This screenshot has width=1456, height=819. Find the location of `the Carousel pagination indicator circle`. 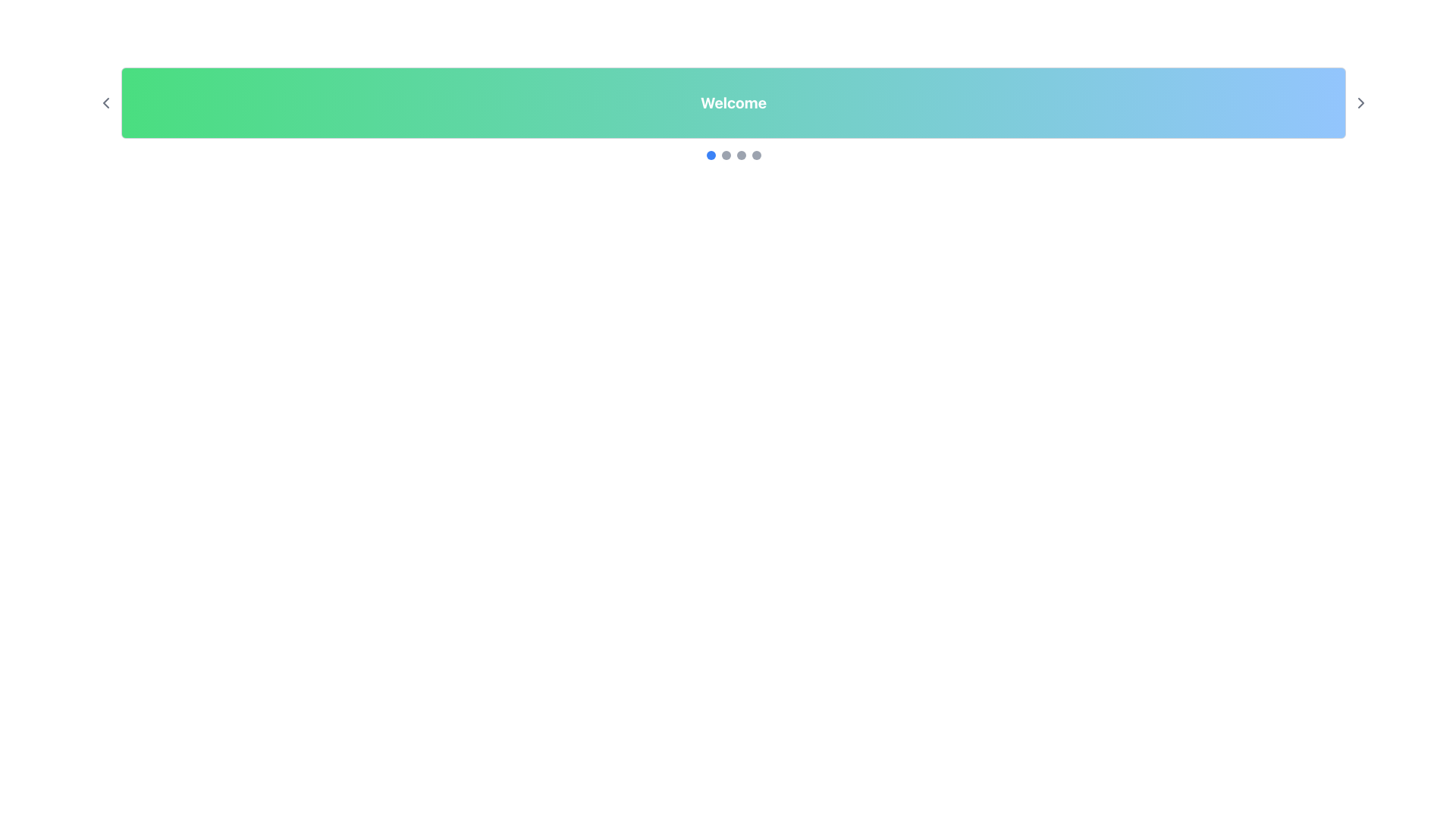

the Carousel pagination indicator circle is located at coordinates (733, 155).